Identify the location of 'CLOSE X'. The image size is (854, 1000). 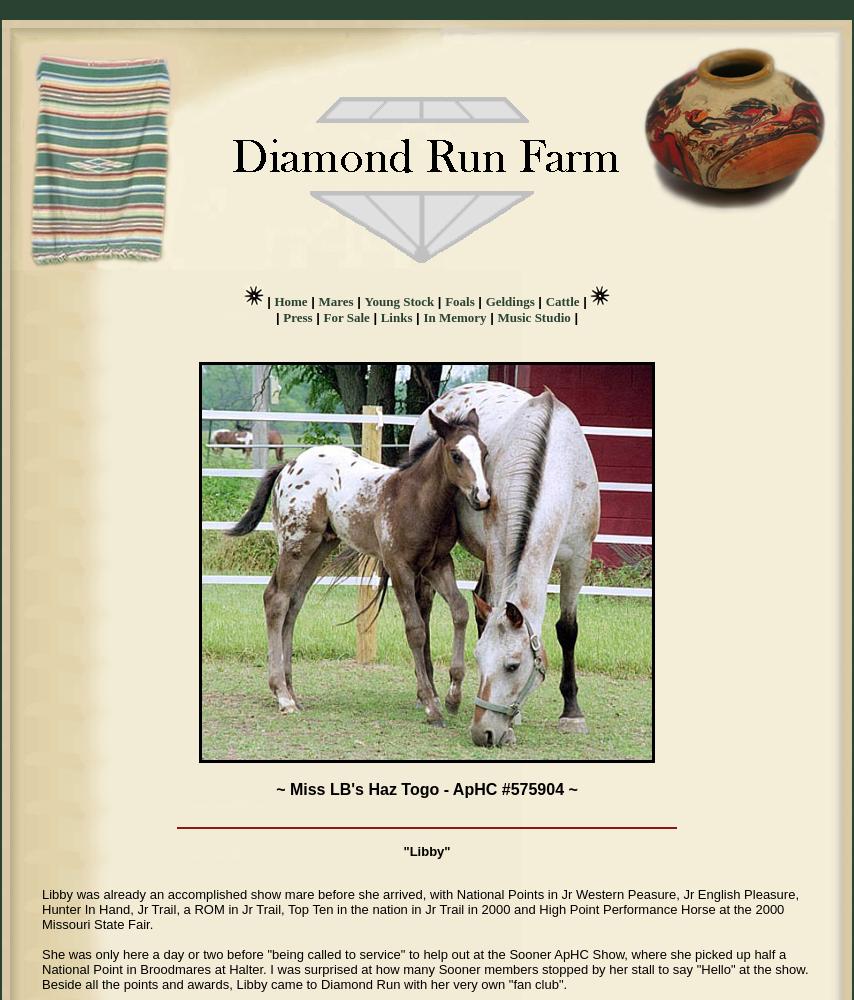
(61, 23).